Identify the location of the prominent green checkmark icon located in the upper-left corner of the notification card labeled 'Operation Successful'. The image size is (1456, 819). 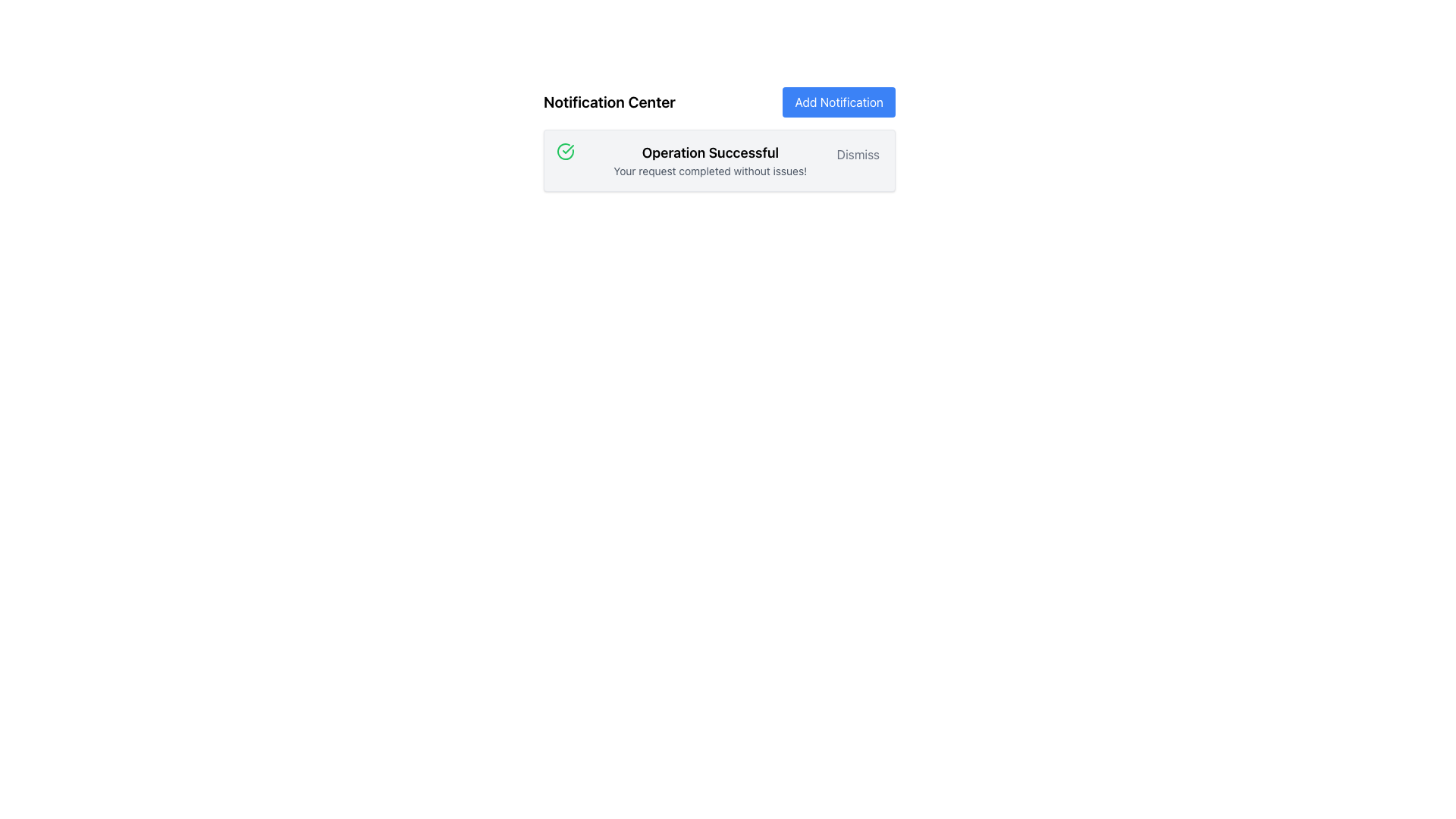
(567, 149).